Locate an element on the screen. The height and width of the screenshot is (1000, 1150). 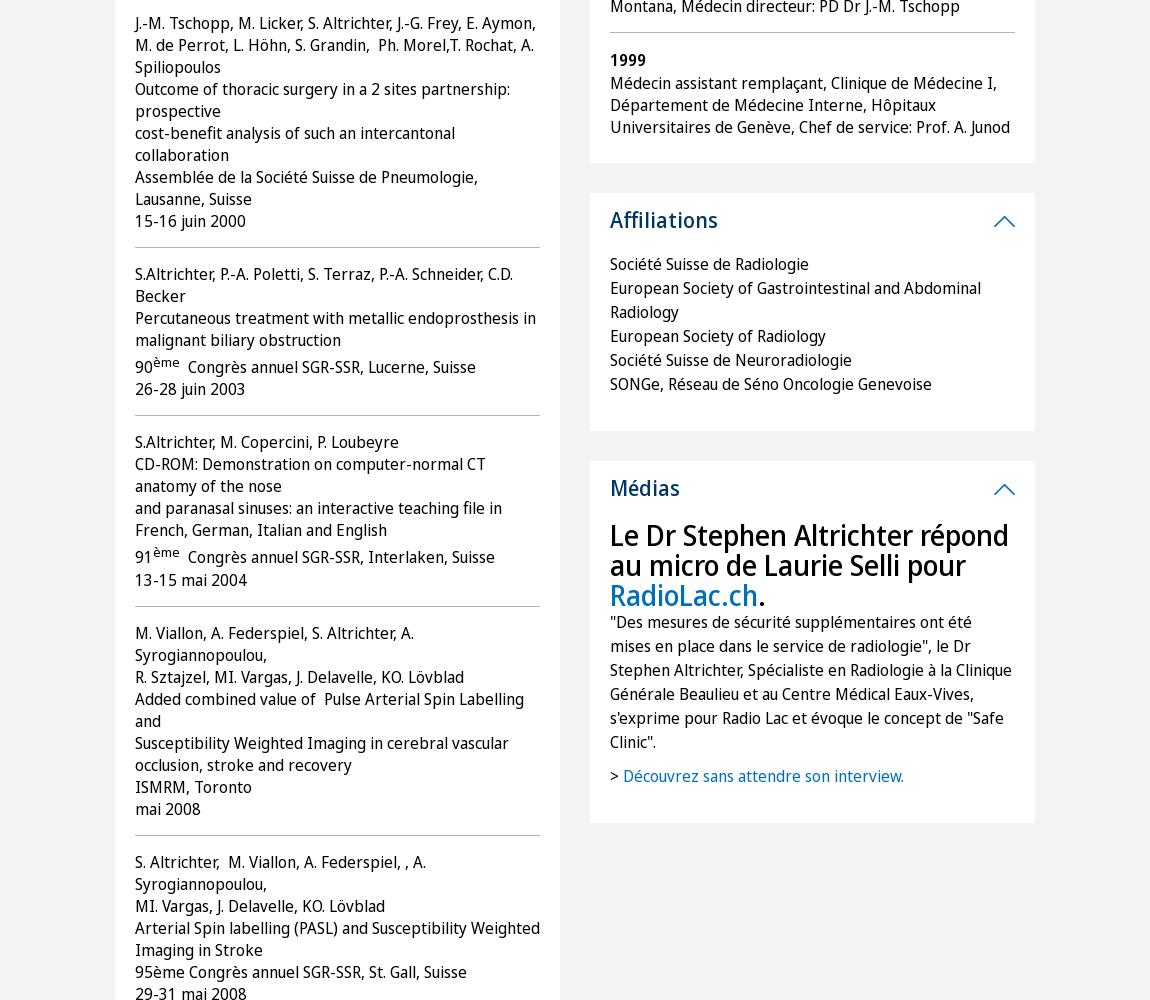
'Médecin assistant remplaçant, Clinique de Médecine I, Département de Médecine Interne, Hôpitaux Universitaires de Genève, Chef de service: Prof. A. Junod' is located at coordinates (808, 104).